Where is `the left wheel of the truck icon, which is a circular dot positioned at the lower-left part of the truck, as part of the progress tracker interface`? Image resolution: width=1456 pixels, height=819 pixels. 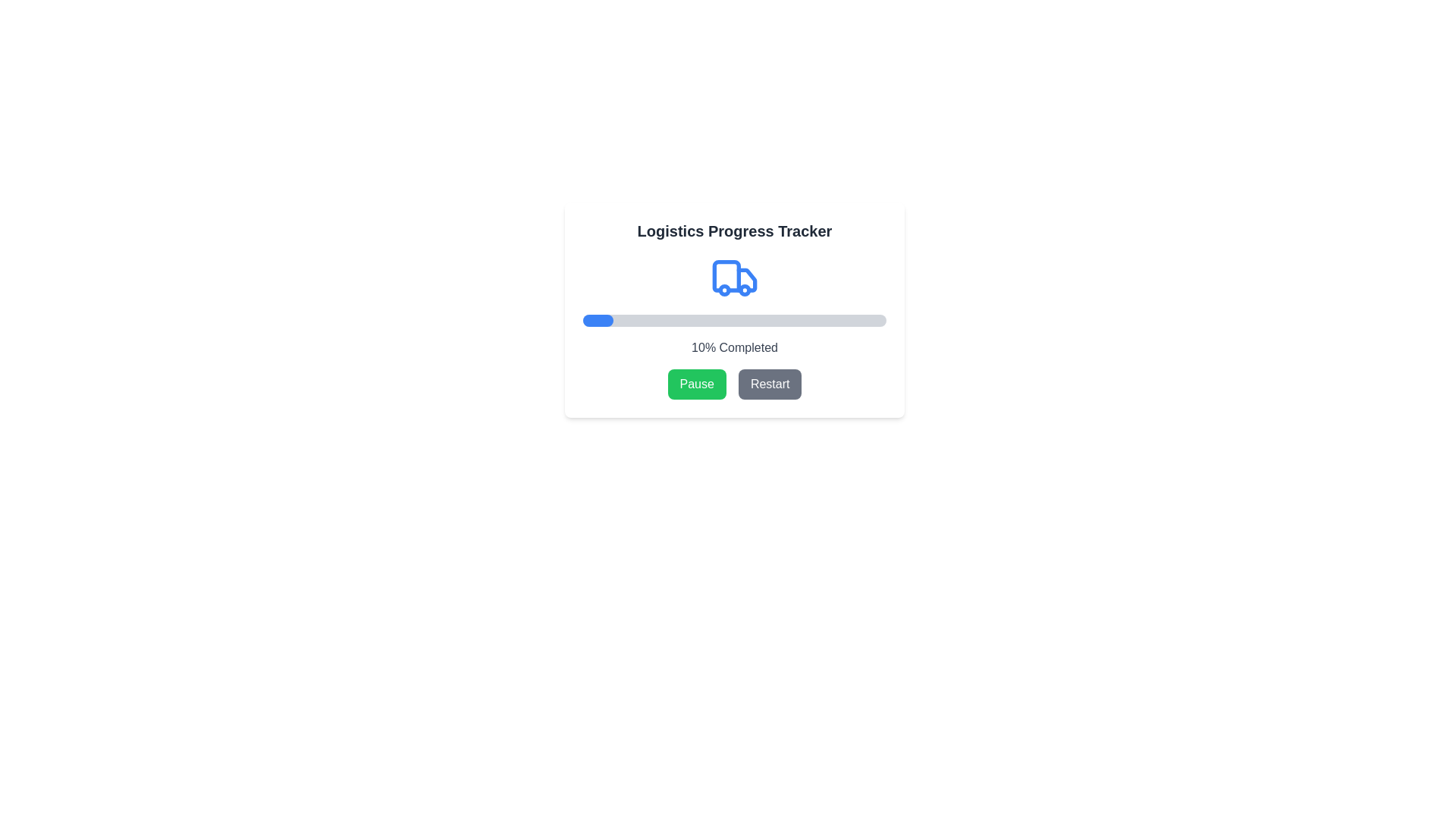
the left wheel of the truck icon, which is a circular dot positioned at the lower-left part of the truck, as part of the progress tracker interface is located at coordinates (723, 290).